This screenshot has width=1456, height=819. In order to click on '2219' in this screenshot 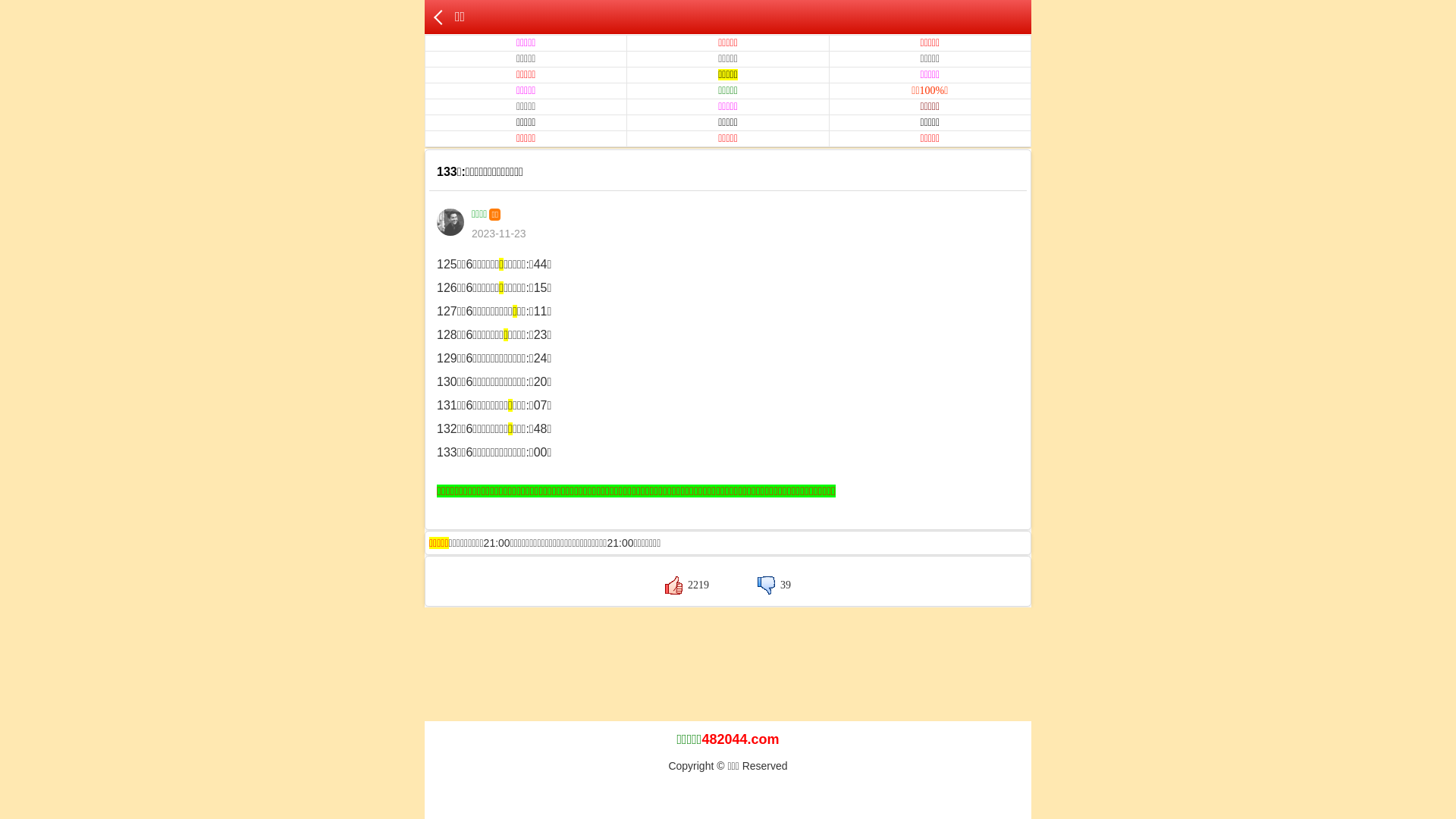, I will do `click(686, 584)`.